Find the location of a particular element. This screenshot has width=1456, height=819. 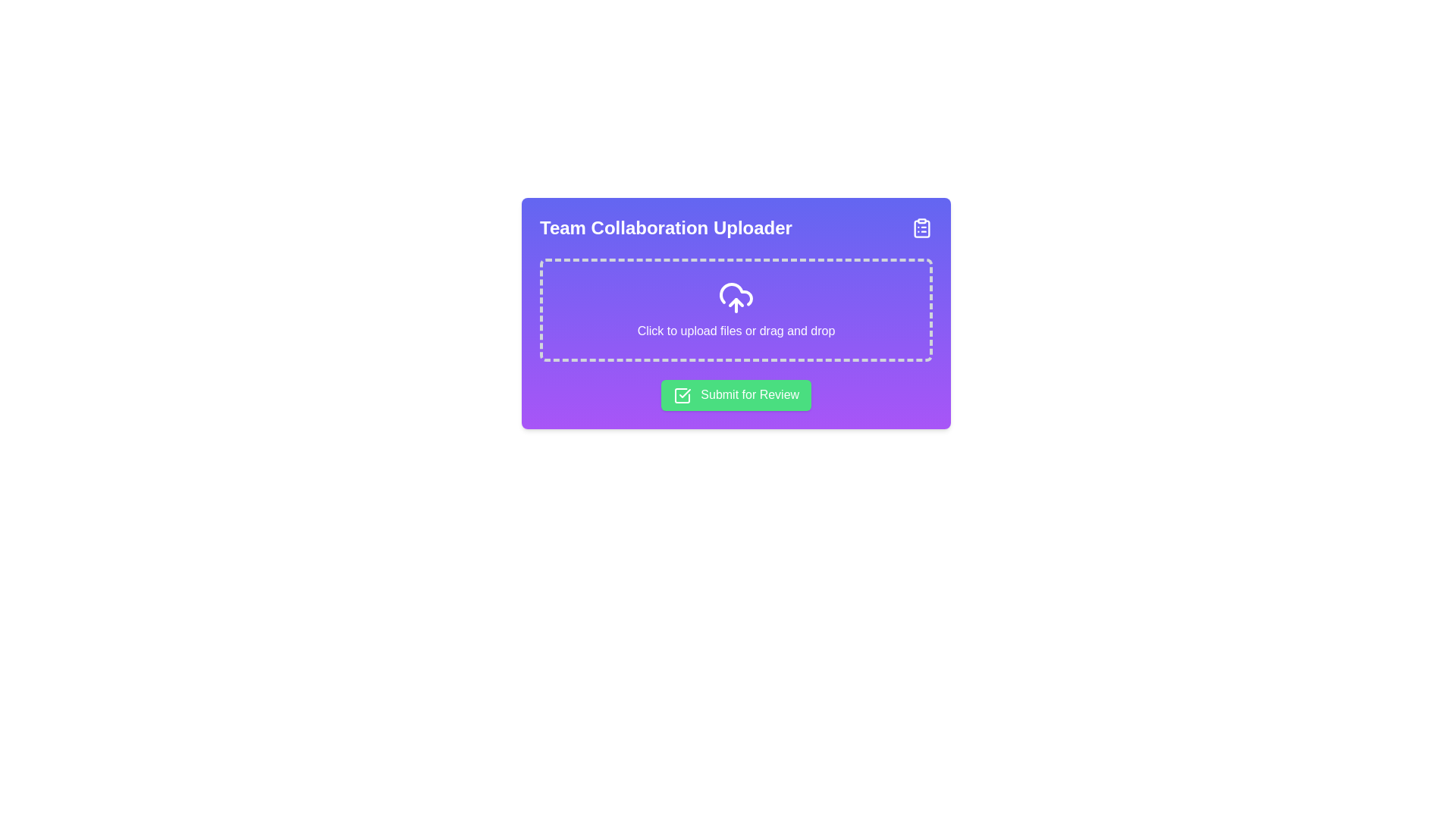

and drop files into the upload area of the 'Team Collaboration Uploader' component, which features a dashed border for file uploads is located at coordinates (736, 312).